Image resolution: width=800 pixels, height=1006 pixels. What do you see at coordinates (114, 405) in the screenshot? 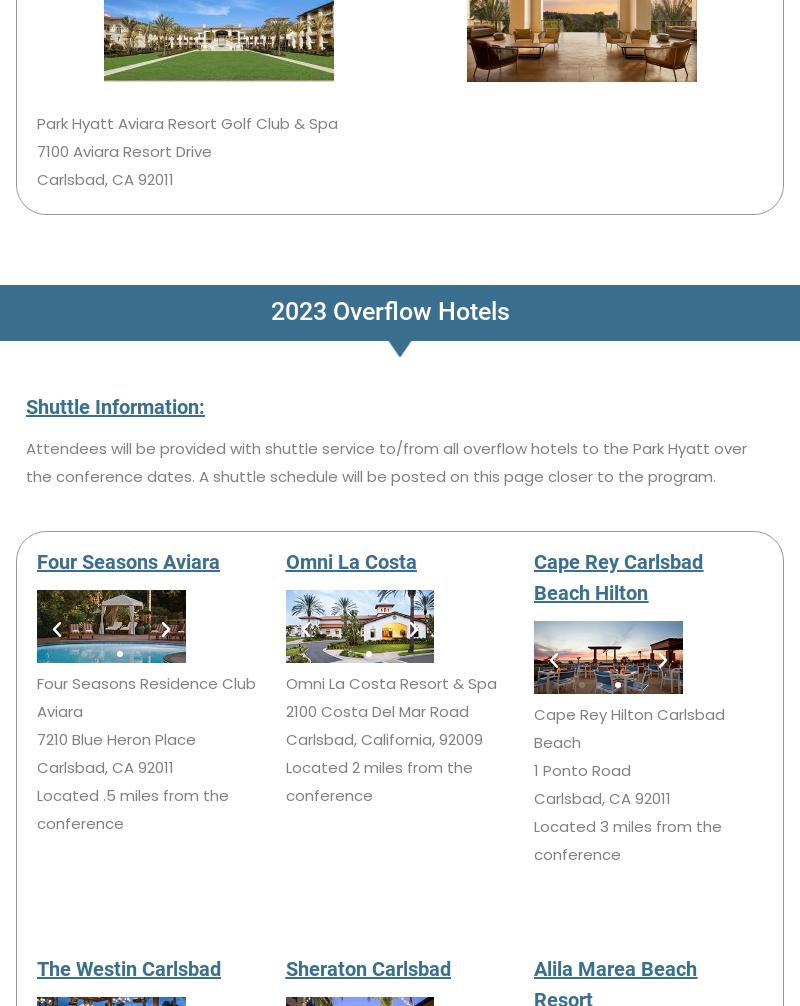
I see `'Shuttle Information:'` at bounding box center [114, 405].